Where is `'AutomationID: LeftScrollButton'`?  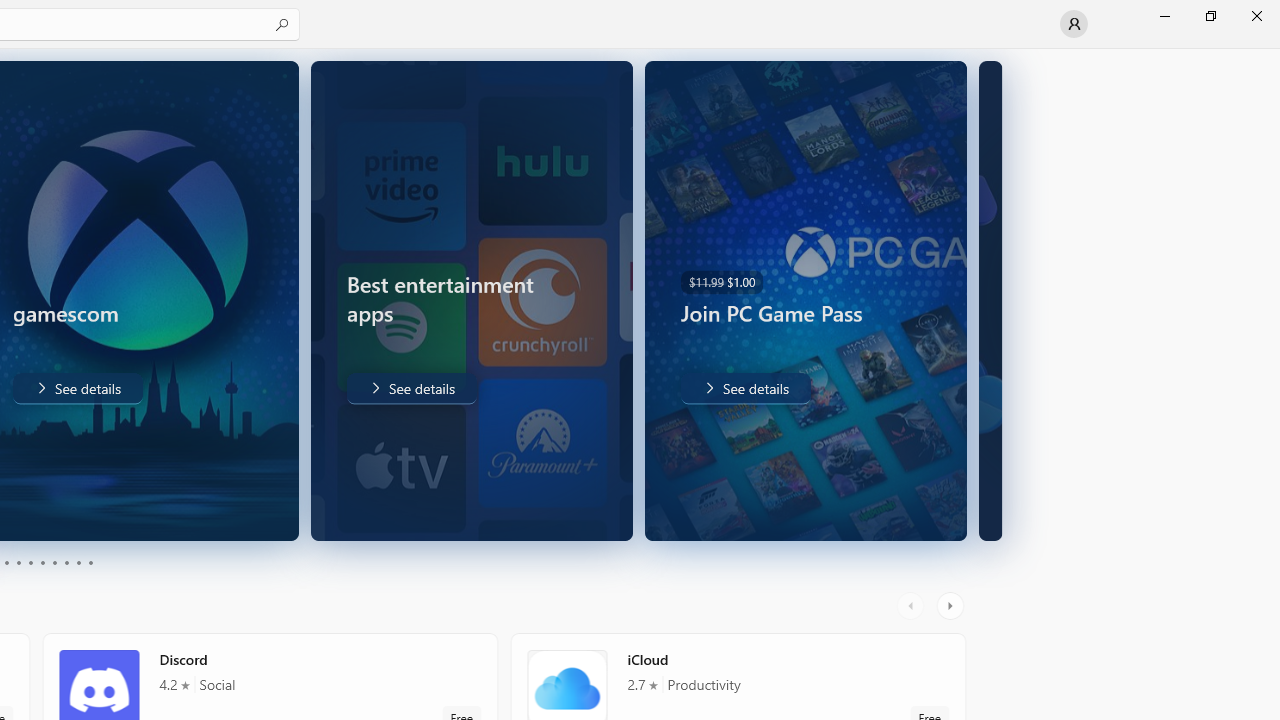
'AutomationID: LeftScrollButton' is located at coordinates (912, 605).